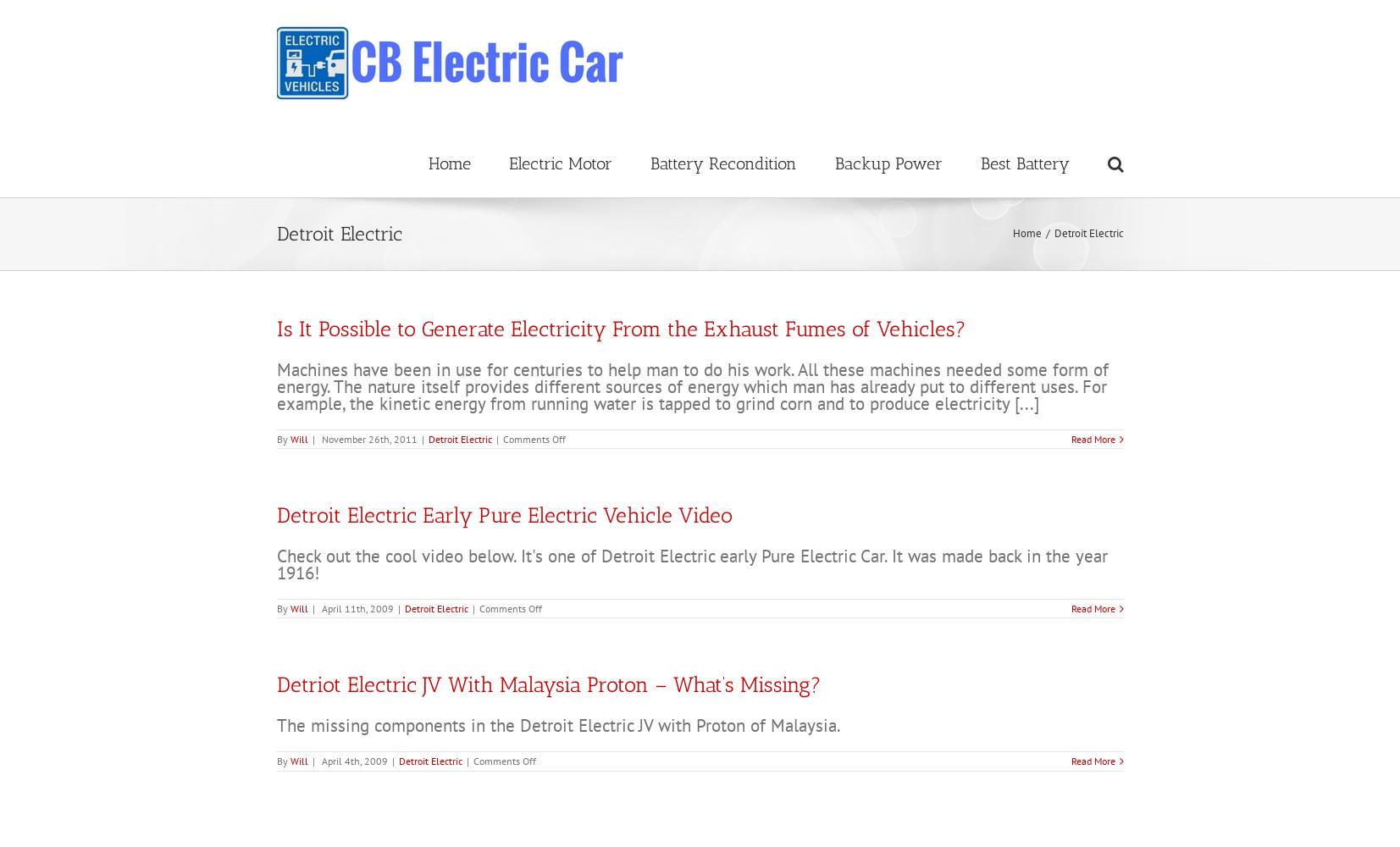 This screenshot has width=1400, height=847. I want to click on 'The missing components in the Detroit Electric JV with Proton of Malaysia.', so click(557, 724).